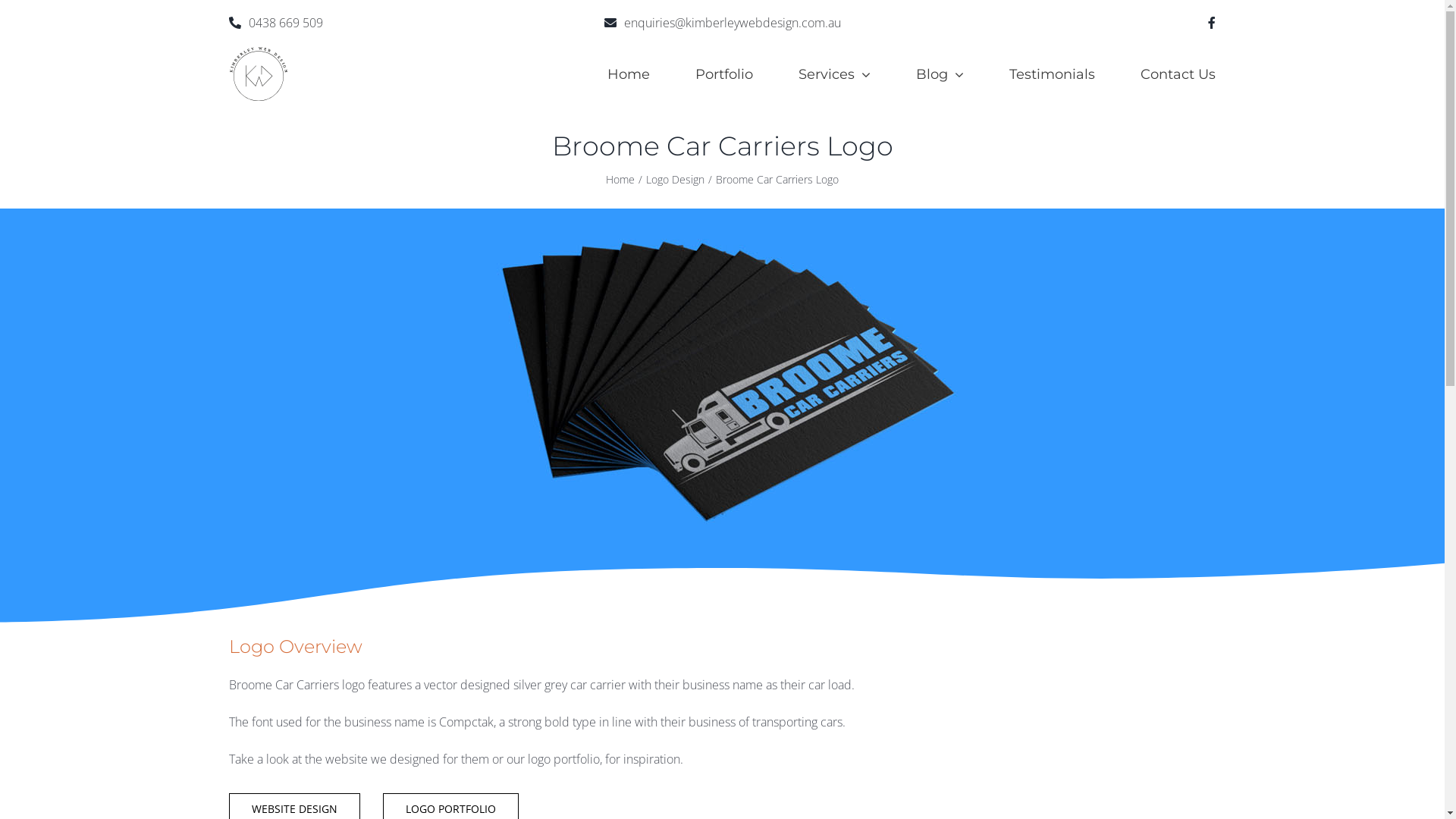 The width and height of the screenshot is (1456, 819). I want to click on 'Broome-car-carriers-logo-website', so click(720, 384).